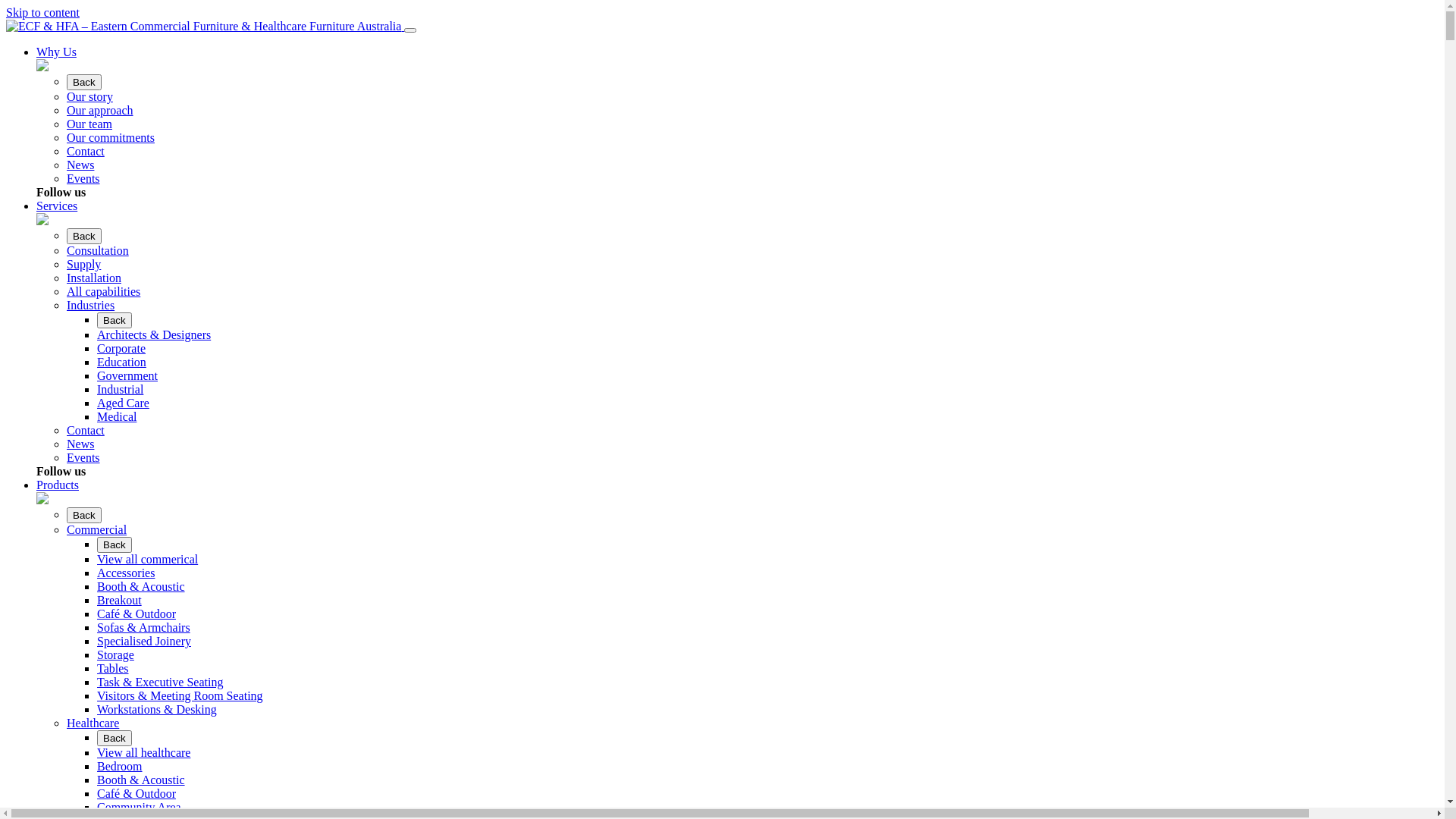  Describe the element at coordinates (92, 722) in the screenshot. I see `'Healthcare'` at that location.